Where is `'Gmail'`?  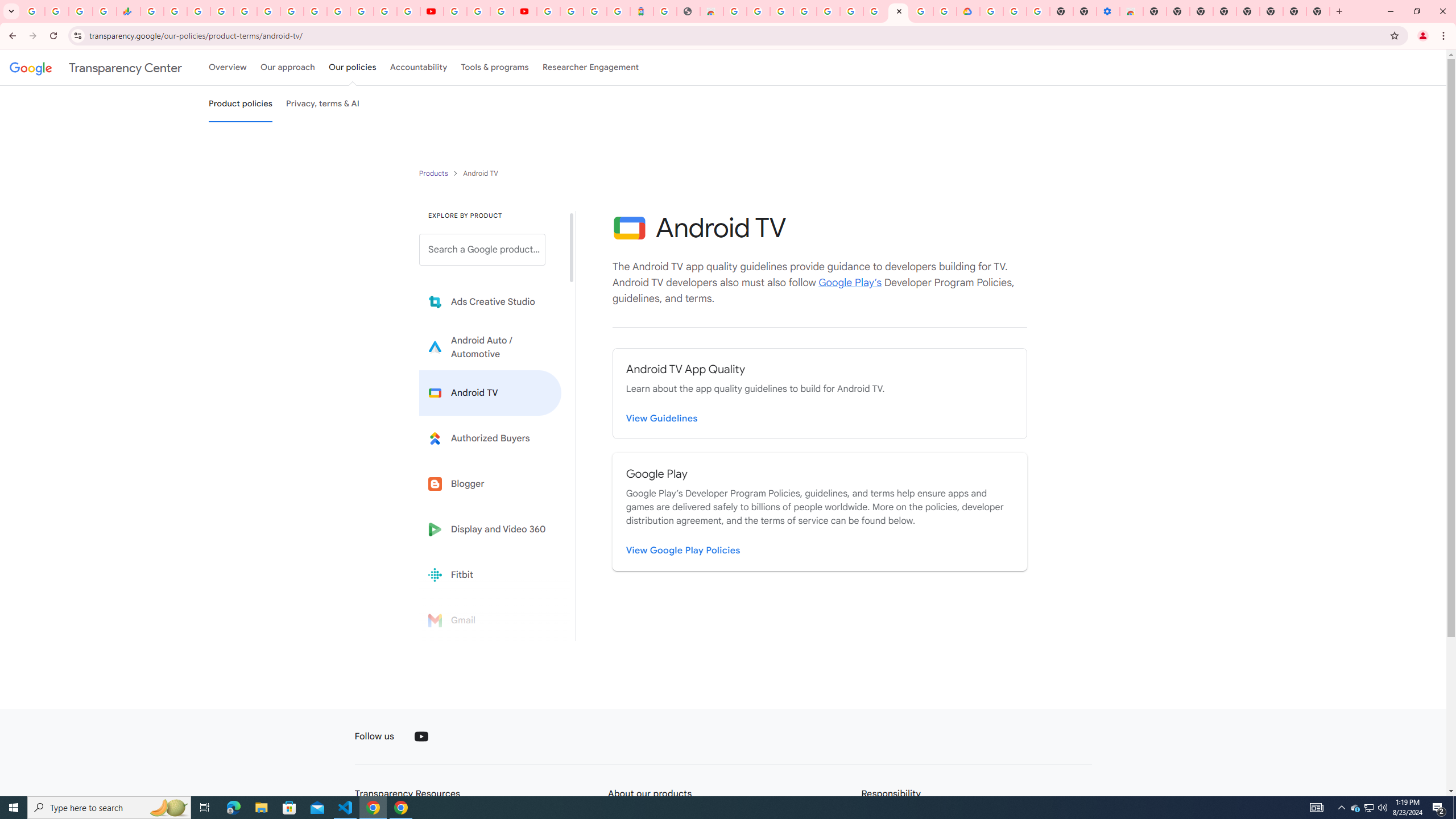
'Gmail' is located at coordinates (490, 619).